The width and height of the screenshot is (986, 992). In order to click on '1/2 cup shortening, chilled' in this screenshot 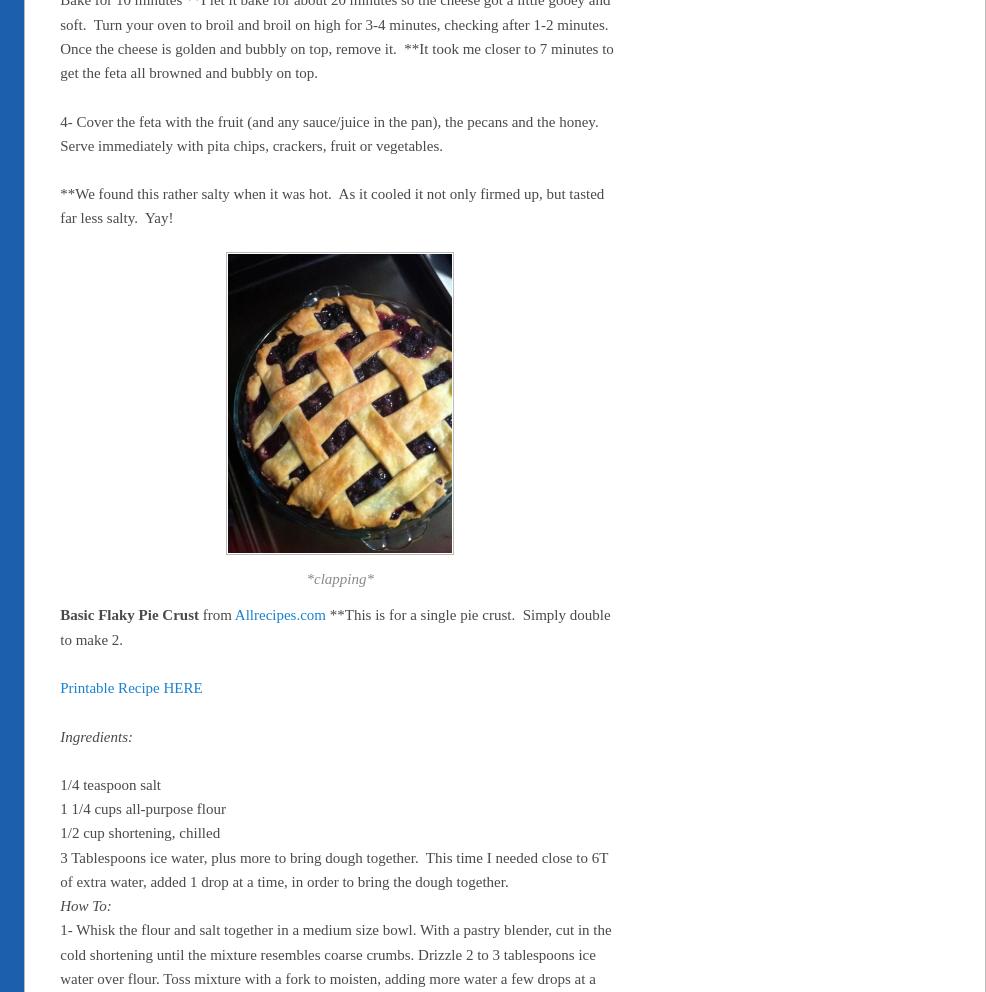, I will do `click(140, 831)`.